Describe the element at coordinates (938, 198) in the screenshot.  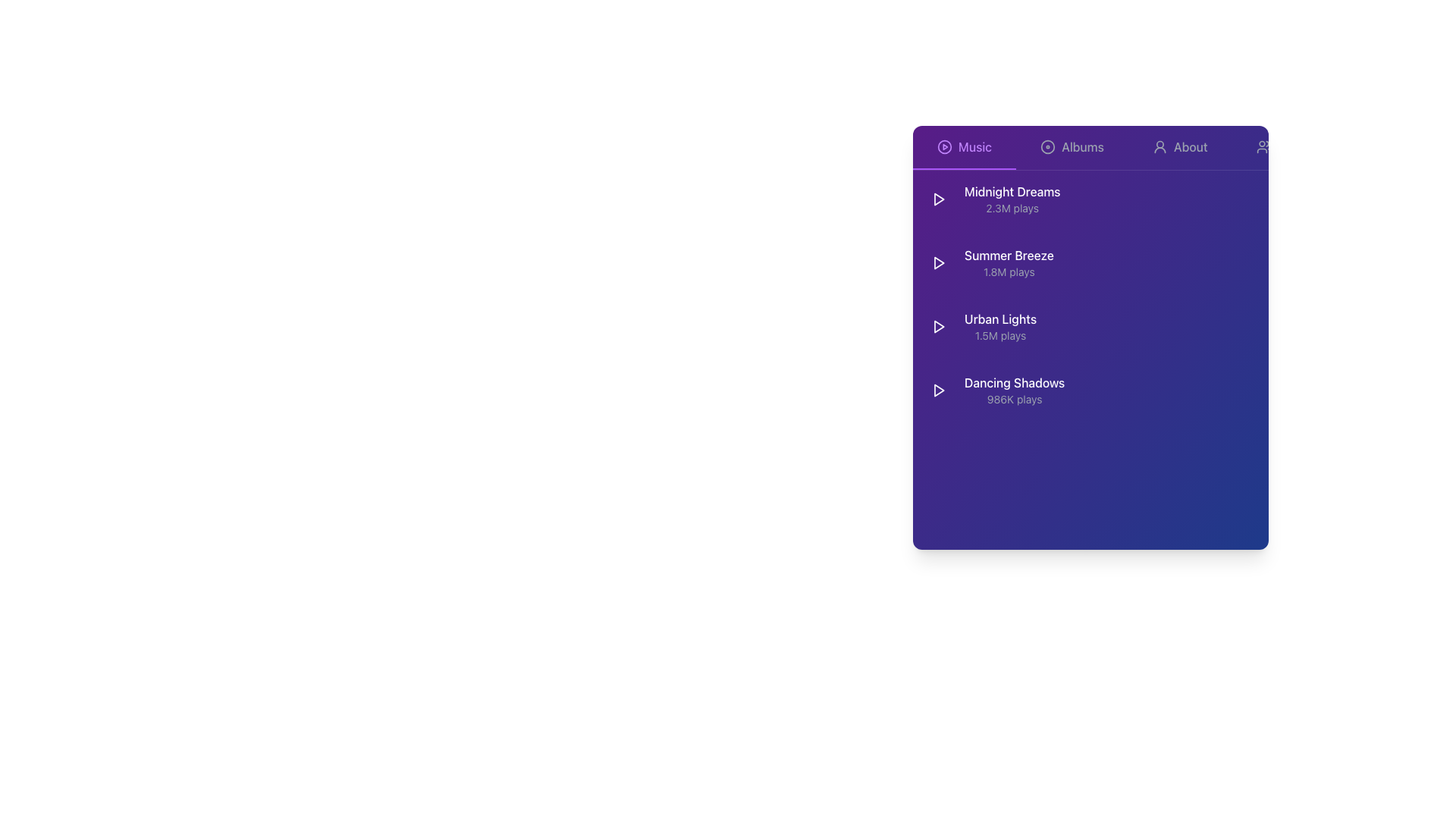
I see `the play button located to the left of the text 'Midnight Dreams'` at that location.